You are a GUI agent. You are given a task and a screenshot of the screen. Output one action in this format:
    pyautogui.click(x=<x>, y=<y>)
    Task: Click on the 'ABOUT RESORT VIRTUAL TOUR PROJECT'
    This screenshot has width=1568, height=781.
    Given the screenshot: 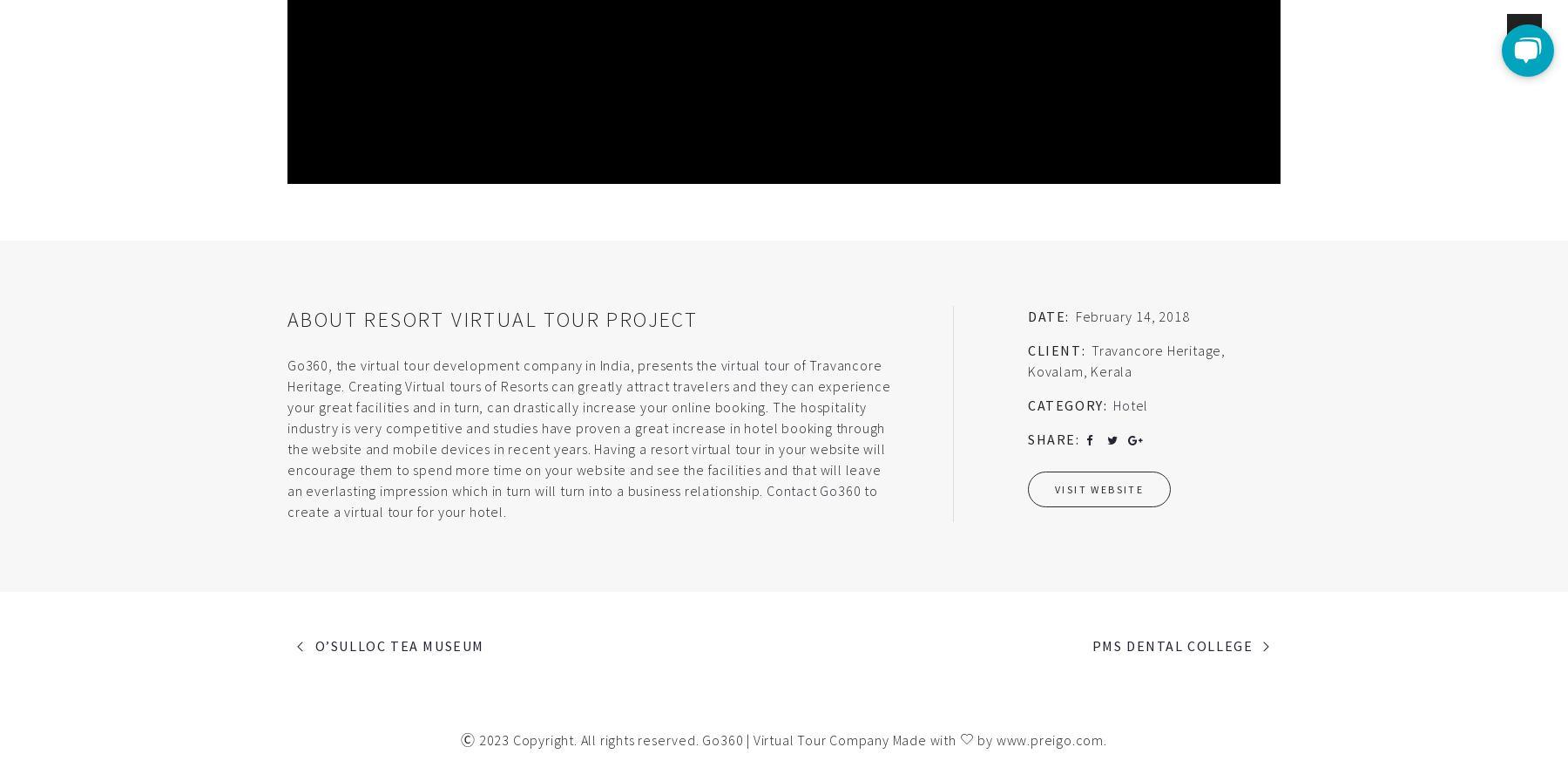 What is the action you would take?
    pyautogui.click(x=286, y=318)
    